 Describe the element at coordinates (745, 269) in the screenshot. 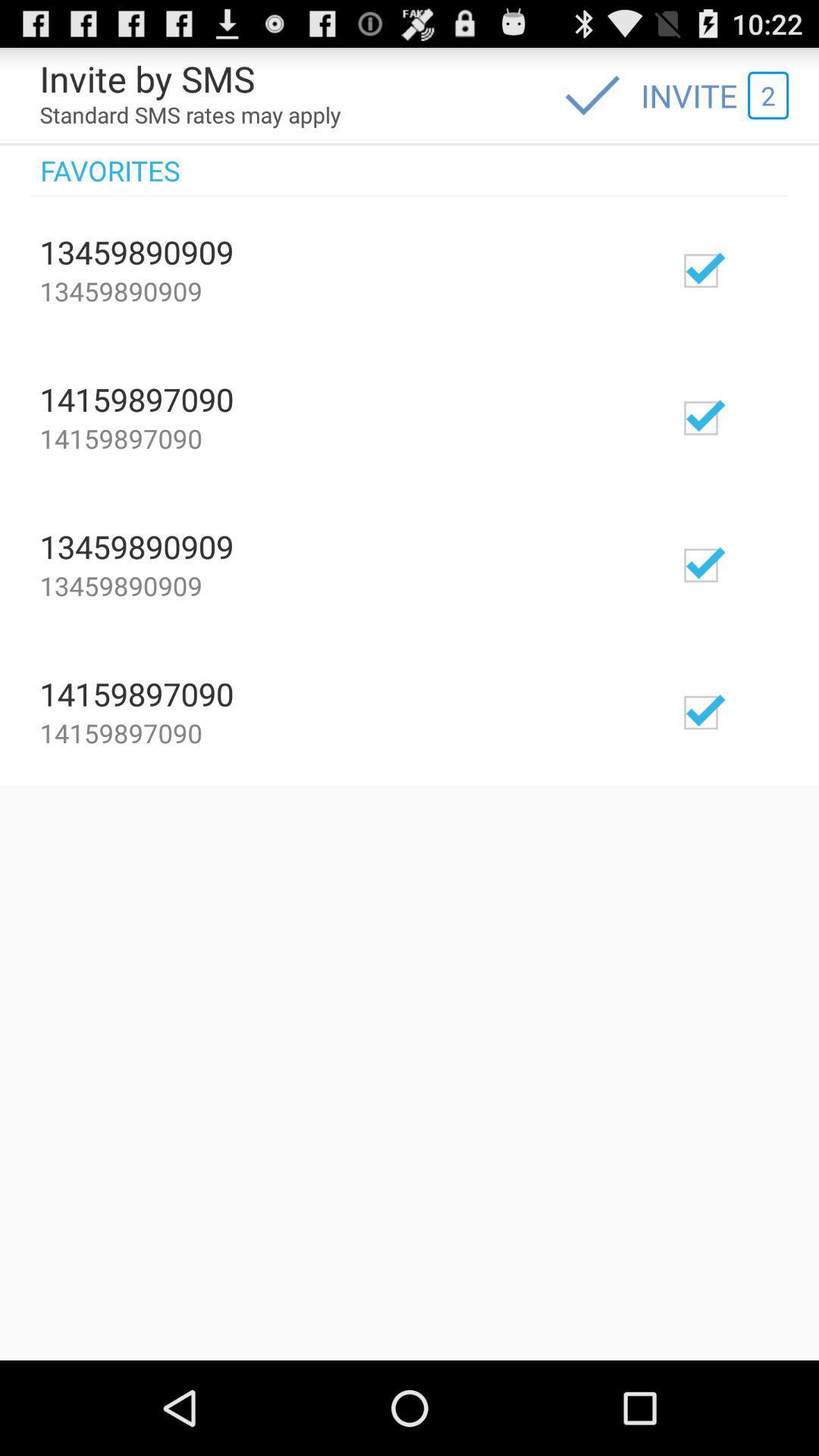

I see `unfavorite selection` at that location.